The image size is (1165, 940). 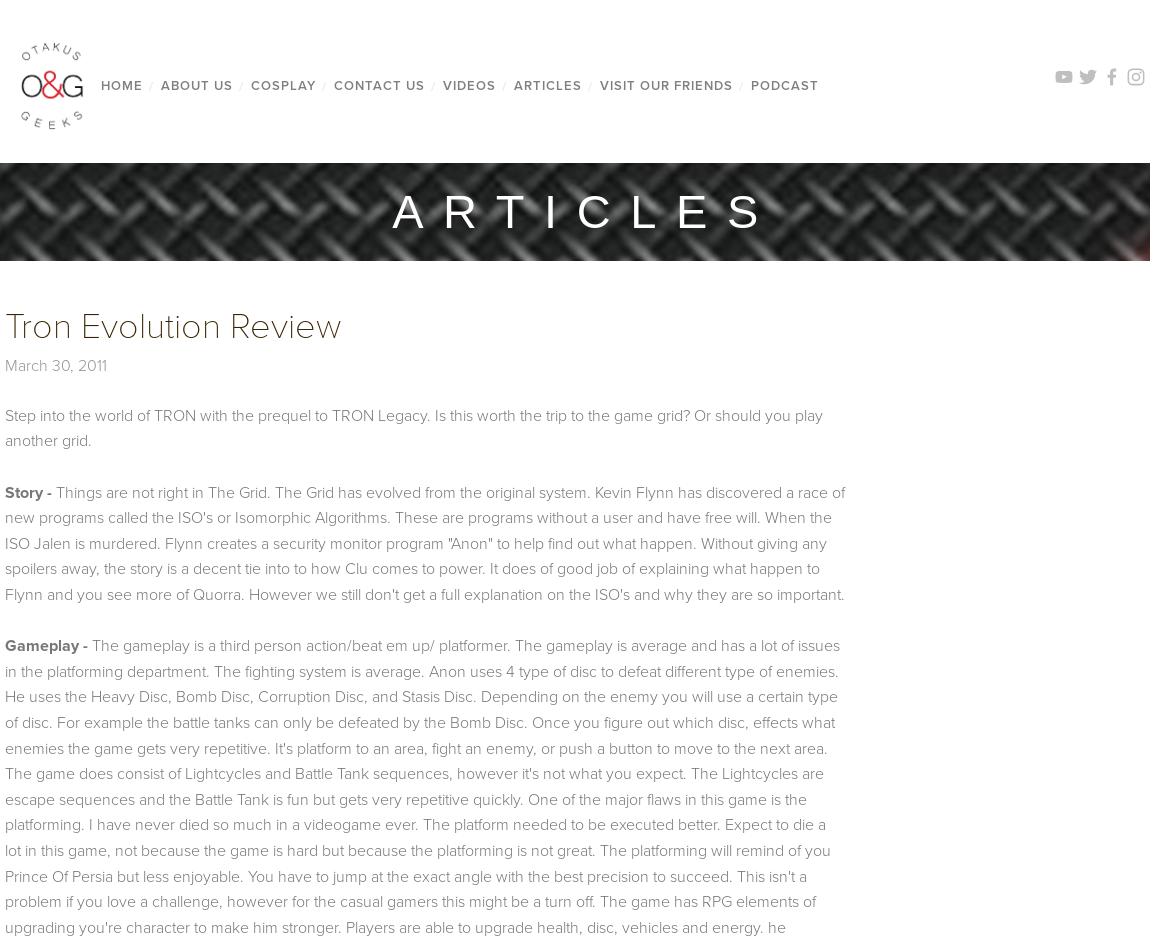 What do you see at coordinates (468, 85) in the screenshot?
I see `'VIDEOS'` at bounding box center [468, 85].